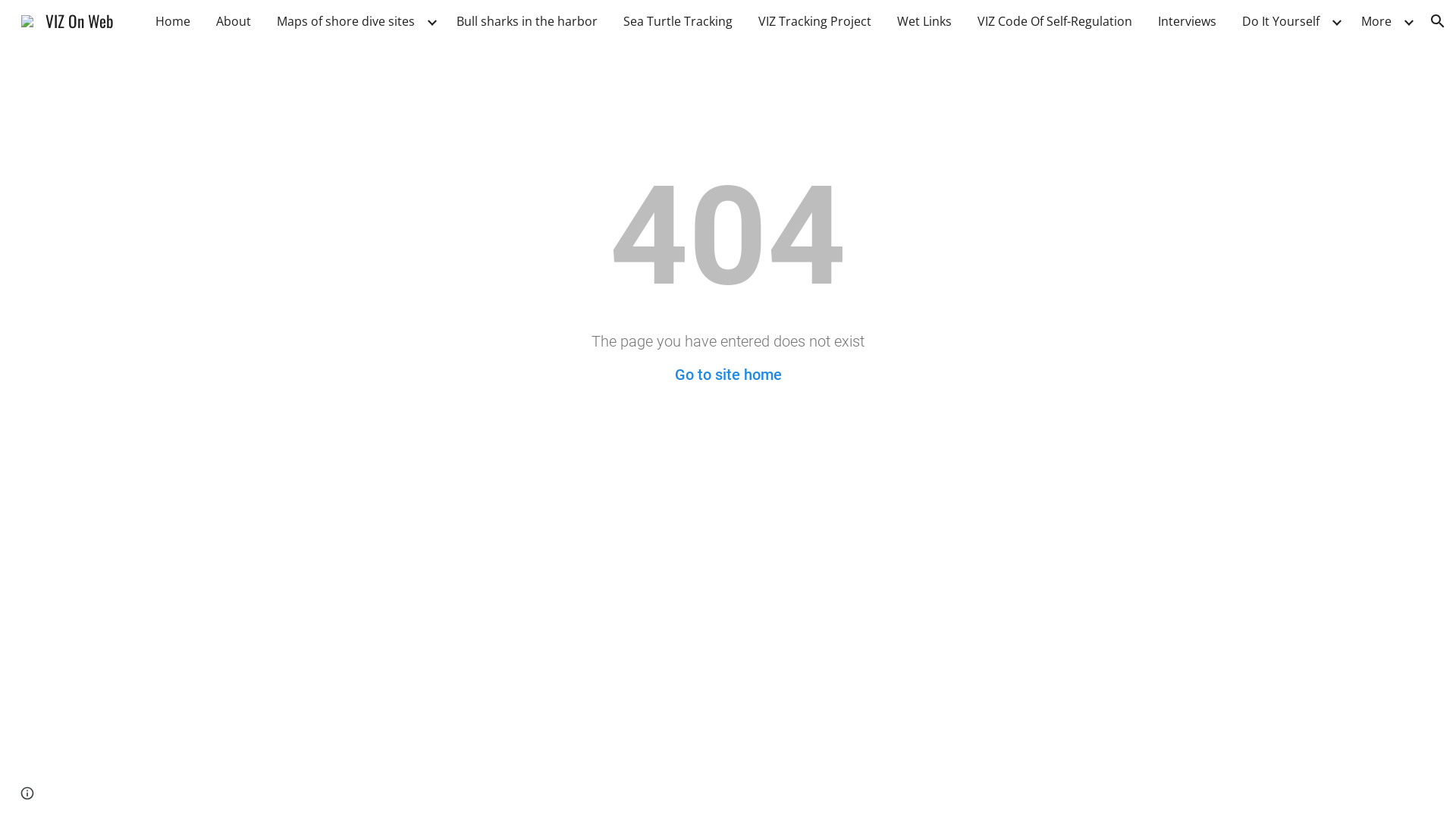 The image size is (1456, 819). I want to click on 'Home', so click(172, 20).